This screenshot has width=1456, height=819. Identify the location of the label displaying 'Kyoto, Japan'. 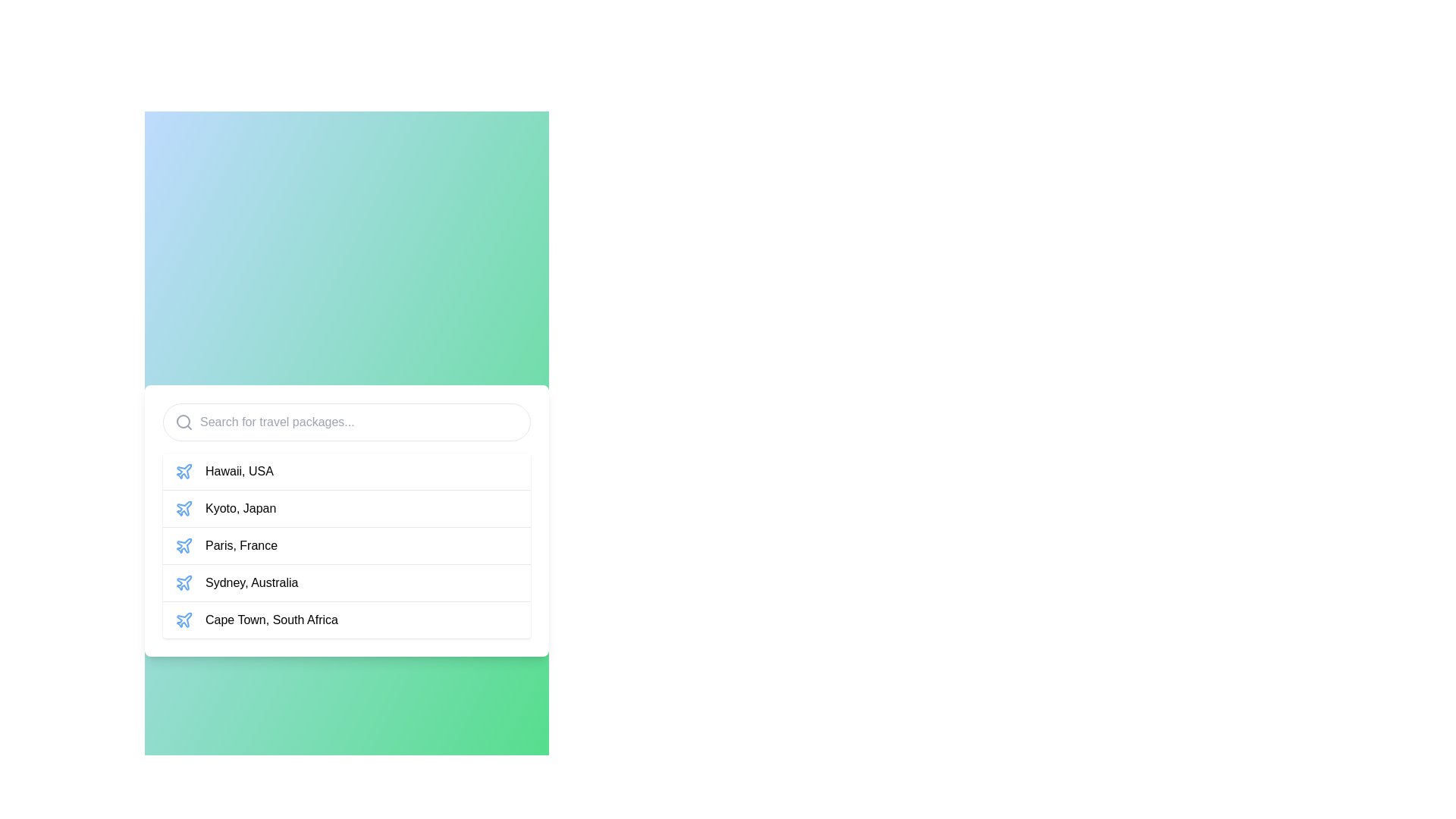
(240, 509).